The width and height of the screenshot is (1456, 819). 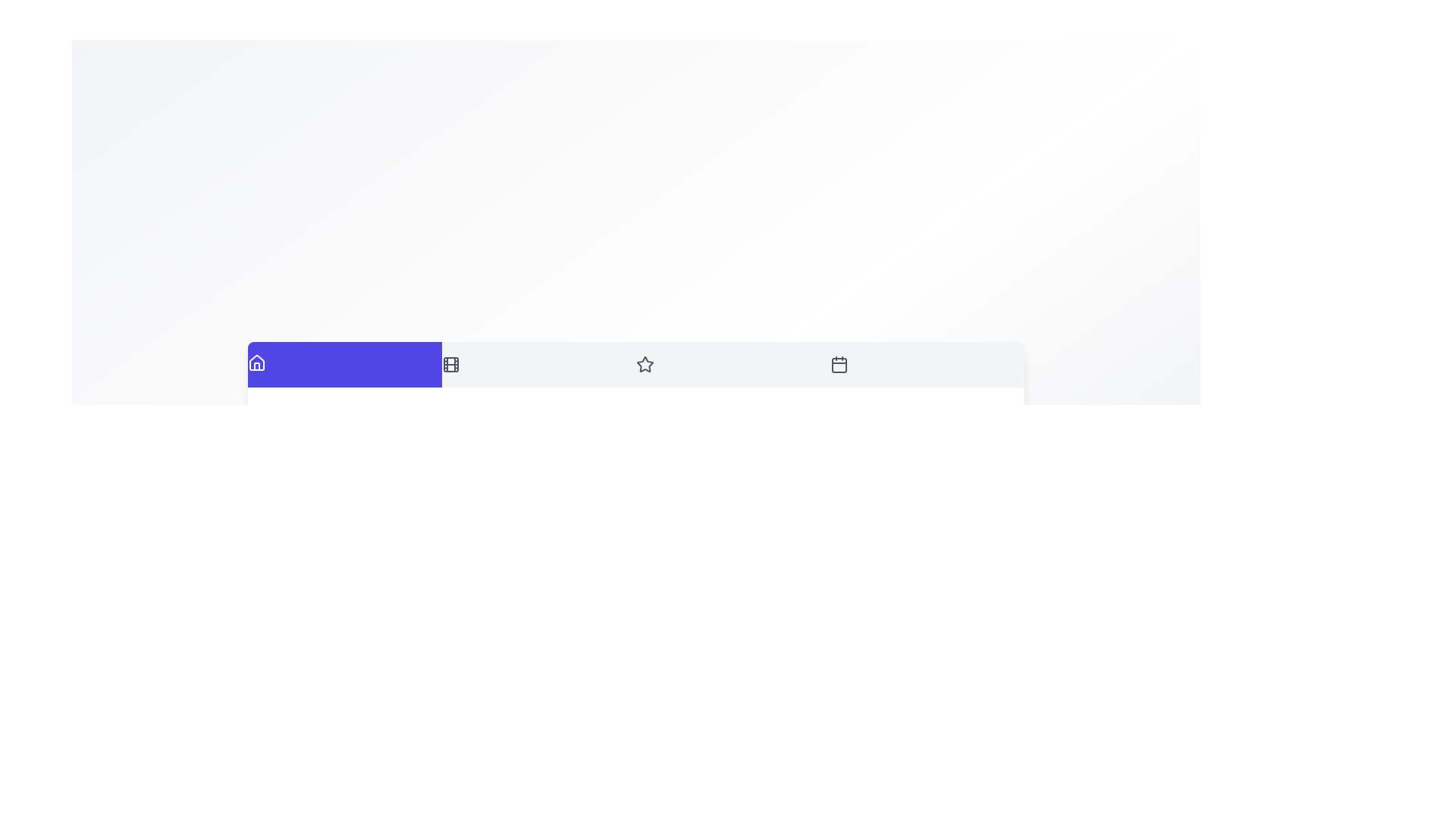 I want to click on the calendar icon located at the bottom of the interface, which is the third icon from the right, next to a star-shaped icon on its left, so click(x=839, y=365).